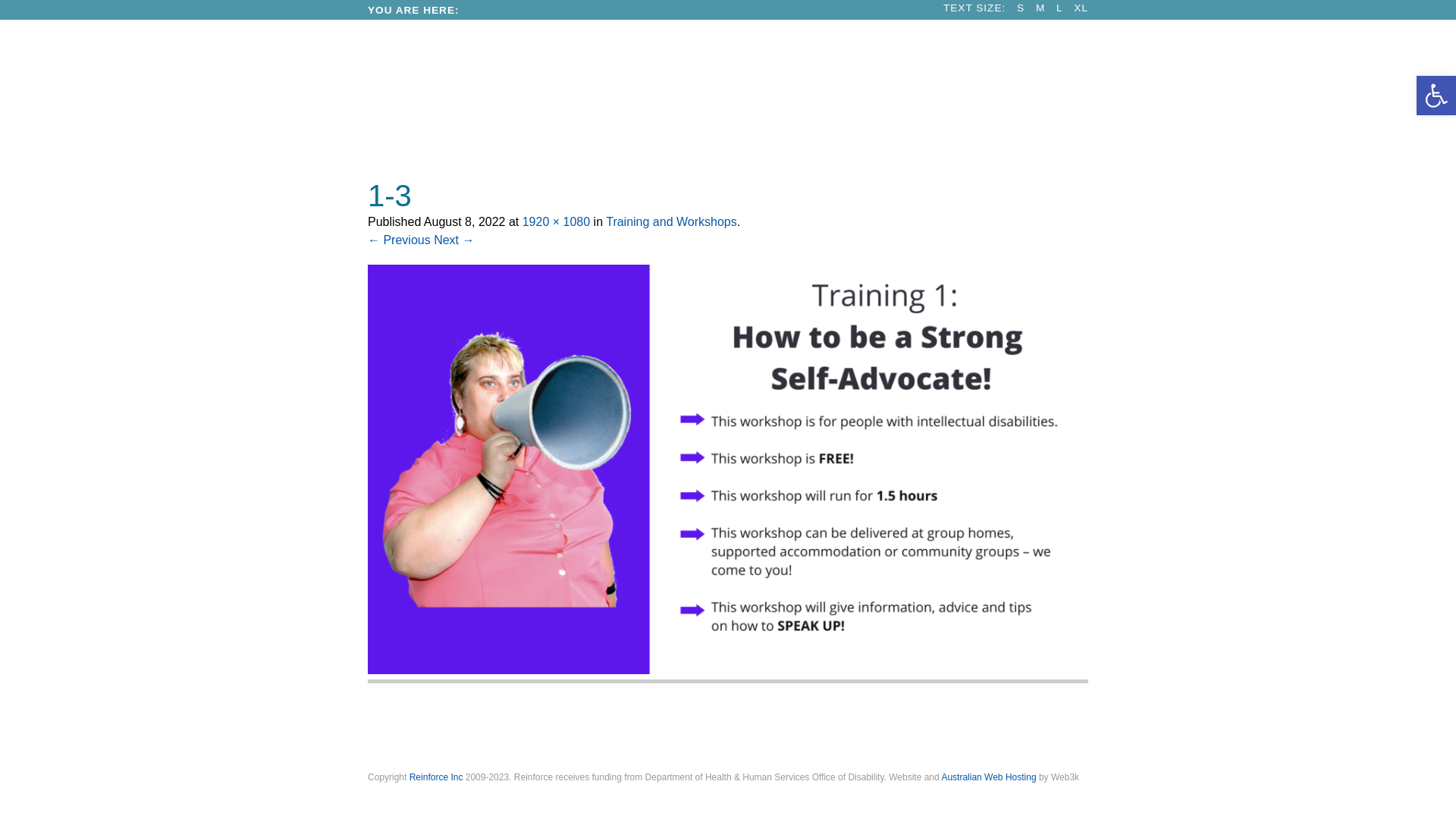 This screenshot has height=819, width=1456. Describe the element at coordinates (1055, 8) in the screenshot. I see `'L'` at that location.